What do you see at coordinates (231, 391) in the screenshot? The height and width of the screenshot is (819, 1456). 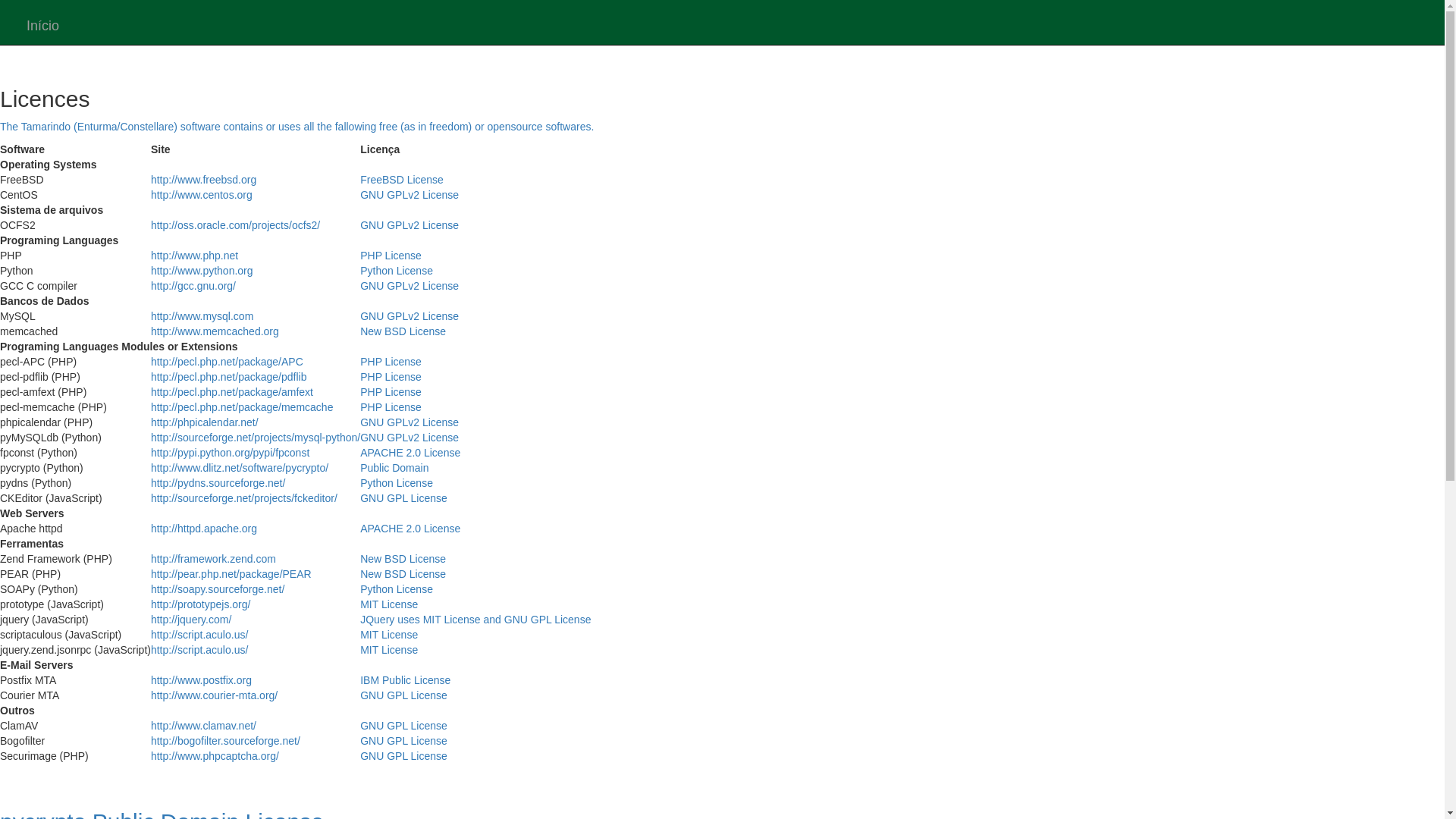 I see `'http://pecl.php.net/package/amfext'` at bounding box center [231, 391].